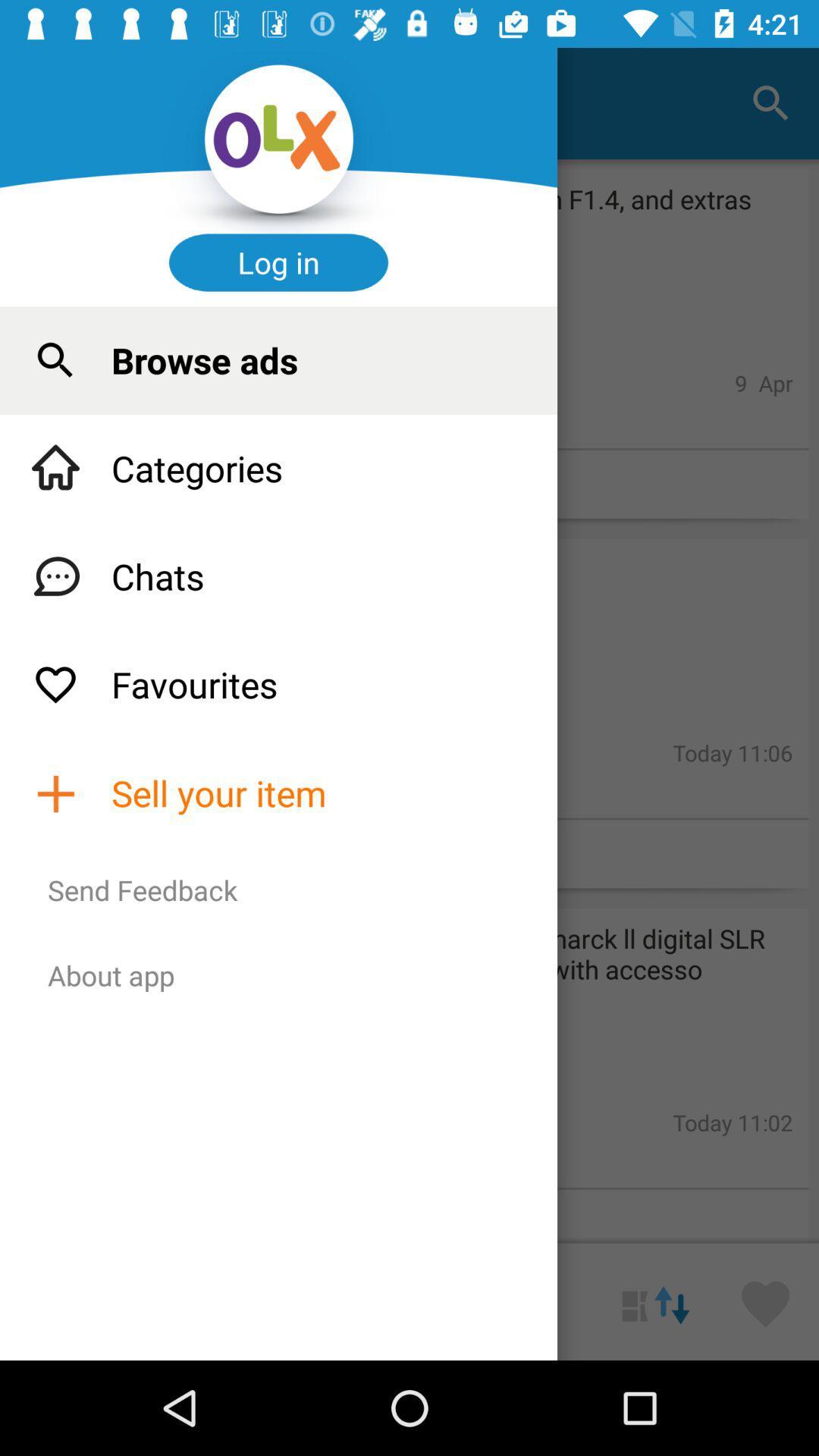 Image resolution: width=819 pixels, height=1456 pixels. What do you see at coordinates (765, 1301) in the screenshot?
I see `the favorite icon` at bounding box center [765, 1301].